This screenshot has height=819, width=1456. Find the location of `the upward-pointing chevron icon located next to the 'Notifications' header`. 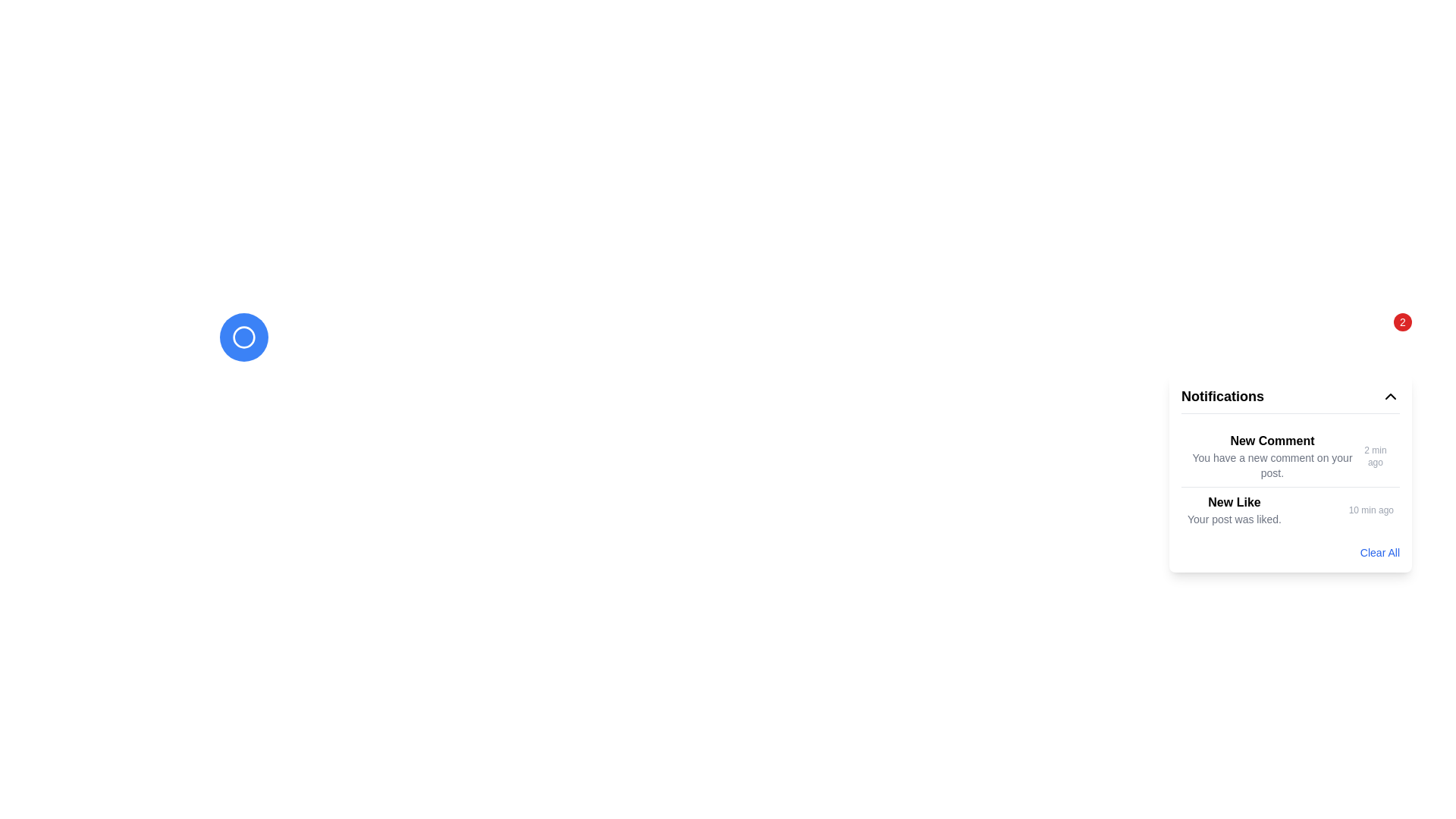

the upward-pointing chevron icon located next to the 'Notifications' header is located at coordinates (1390, 396).